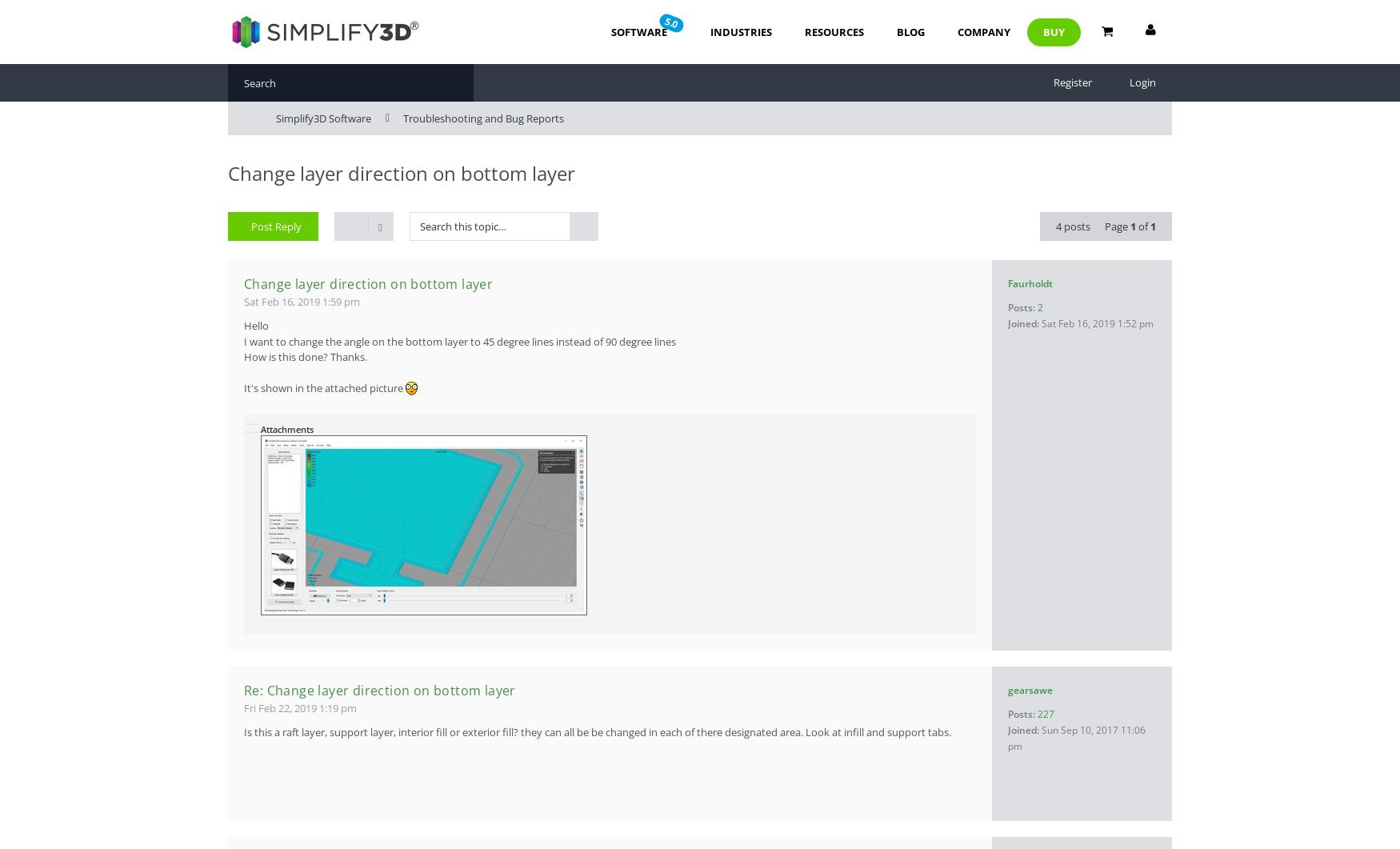 The height and width of the screenshot is (849, 1400). Describe the element at coordinates (243, 325) in the screenshot. I see `'Hello'` at that location.